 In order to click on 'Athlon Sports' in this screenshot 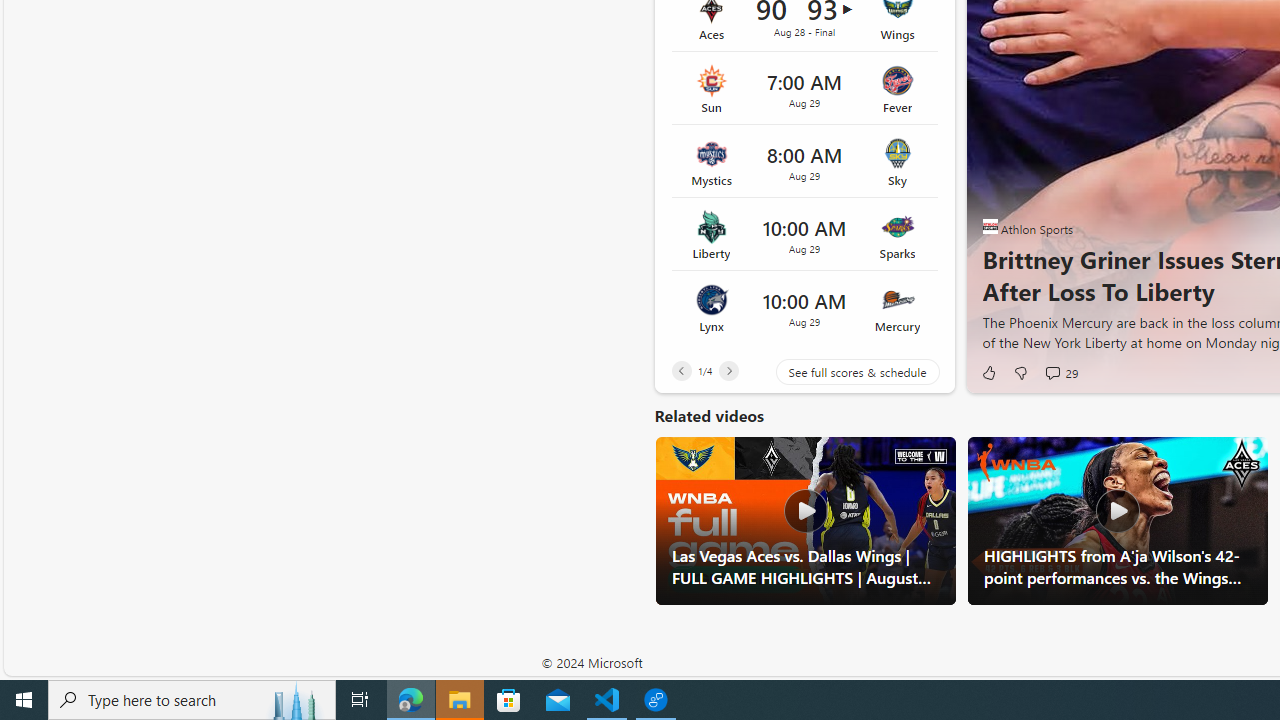, I will do `click(990, 225)`.